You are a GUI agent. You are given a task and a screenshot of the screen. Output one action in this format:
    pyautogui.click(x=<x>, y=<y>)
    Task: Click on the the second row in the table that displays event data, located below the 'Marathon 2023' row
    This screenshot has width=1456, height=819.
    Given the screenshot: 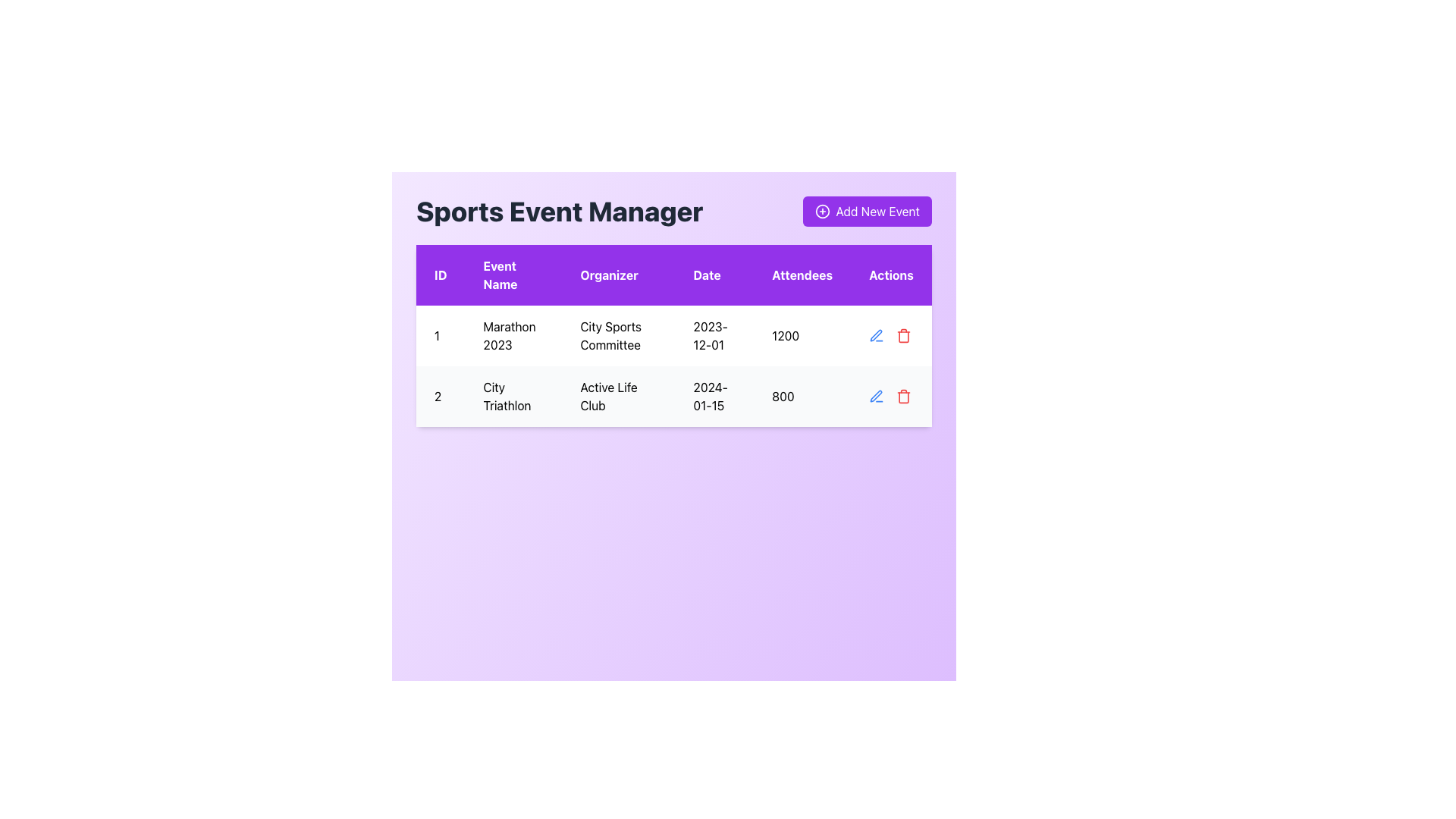 What is the action you would take?
    pyautogui.click(x=673, y=396)
    